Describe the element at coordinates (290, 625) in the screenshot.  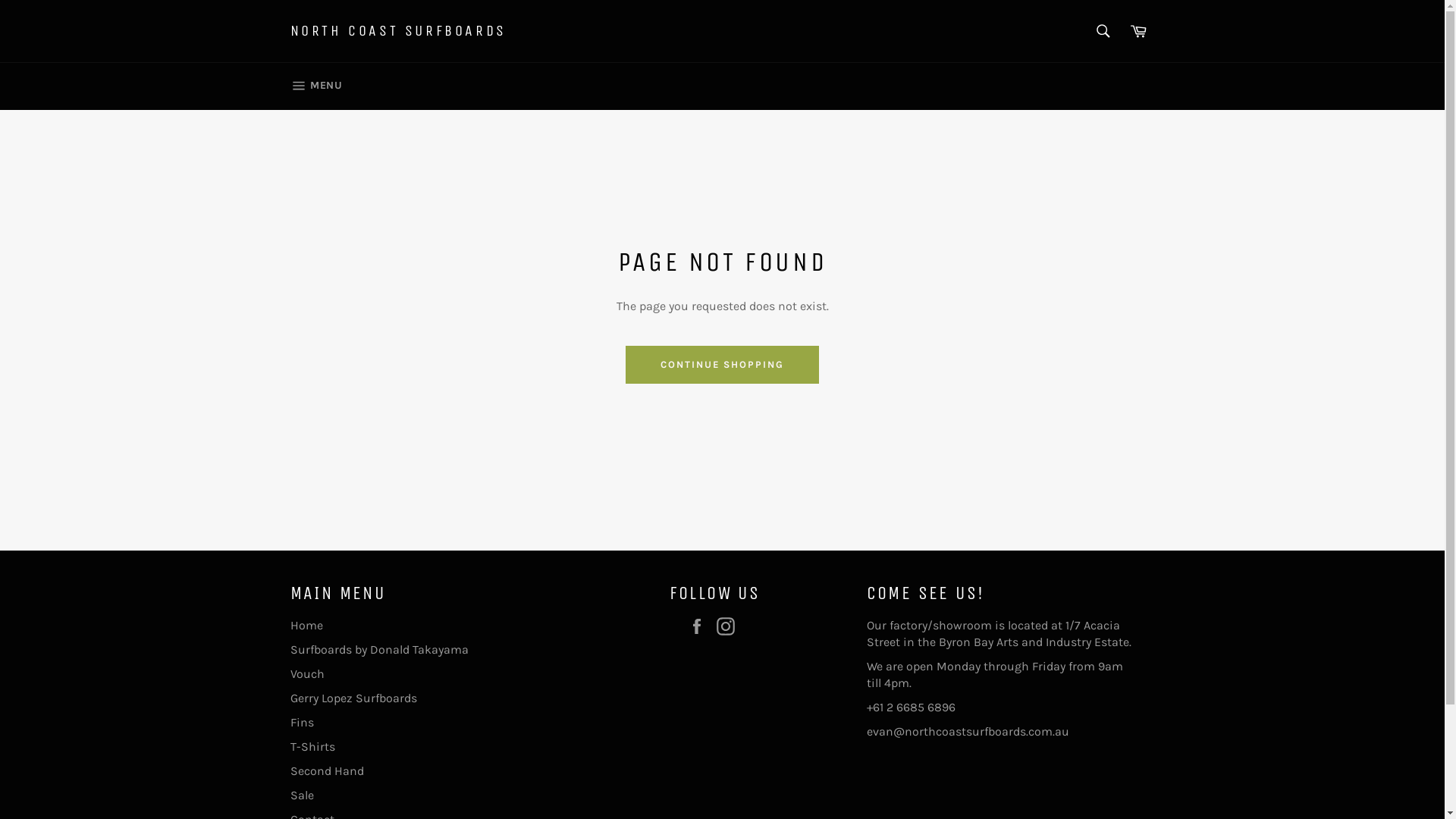
I see `'Home'` at that location.